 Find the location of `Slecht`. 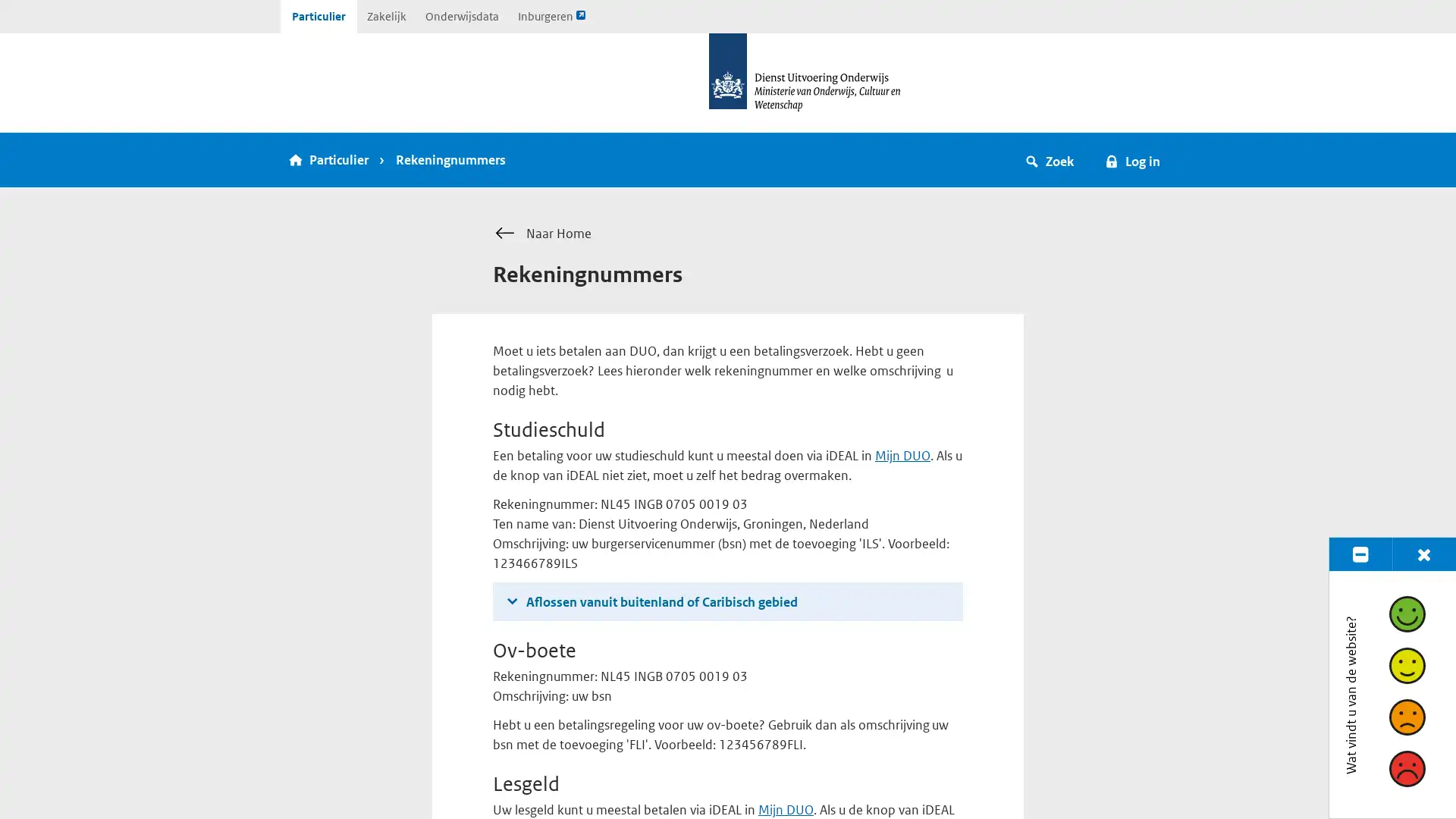

Slecht is located at coordinates (1405, 768).